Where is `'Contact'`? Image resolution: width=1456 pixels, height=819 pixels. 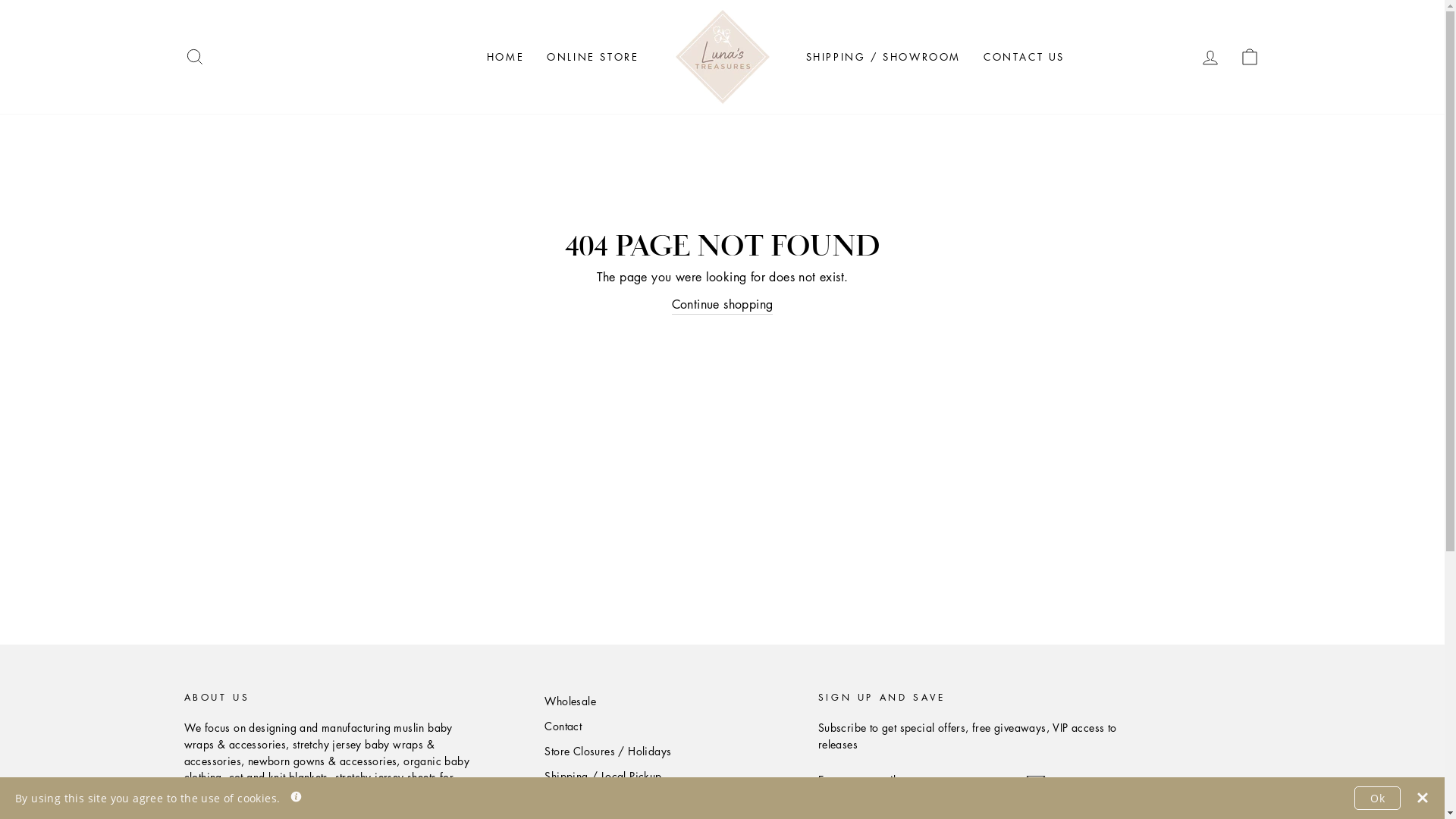
'Contact' is located at coordinates (562, 725).